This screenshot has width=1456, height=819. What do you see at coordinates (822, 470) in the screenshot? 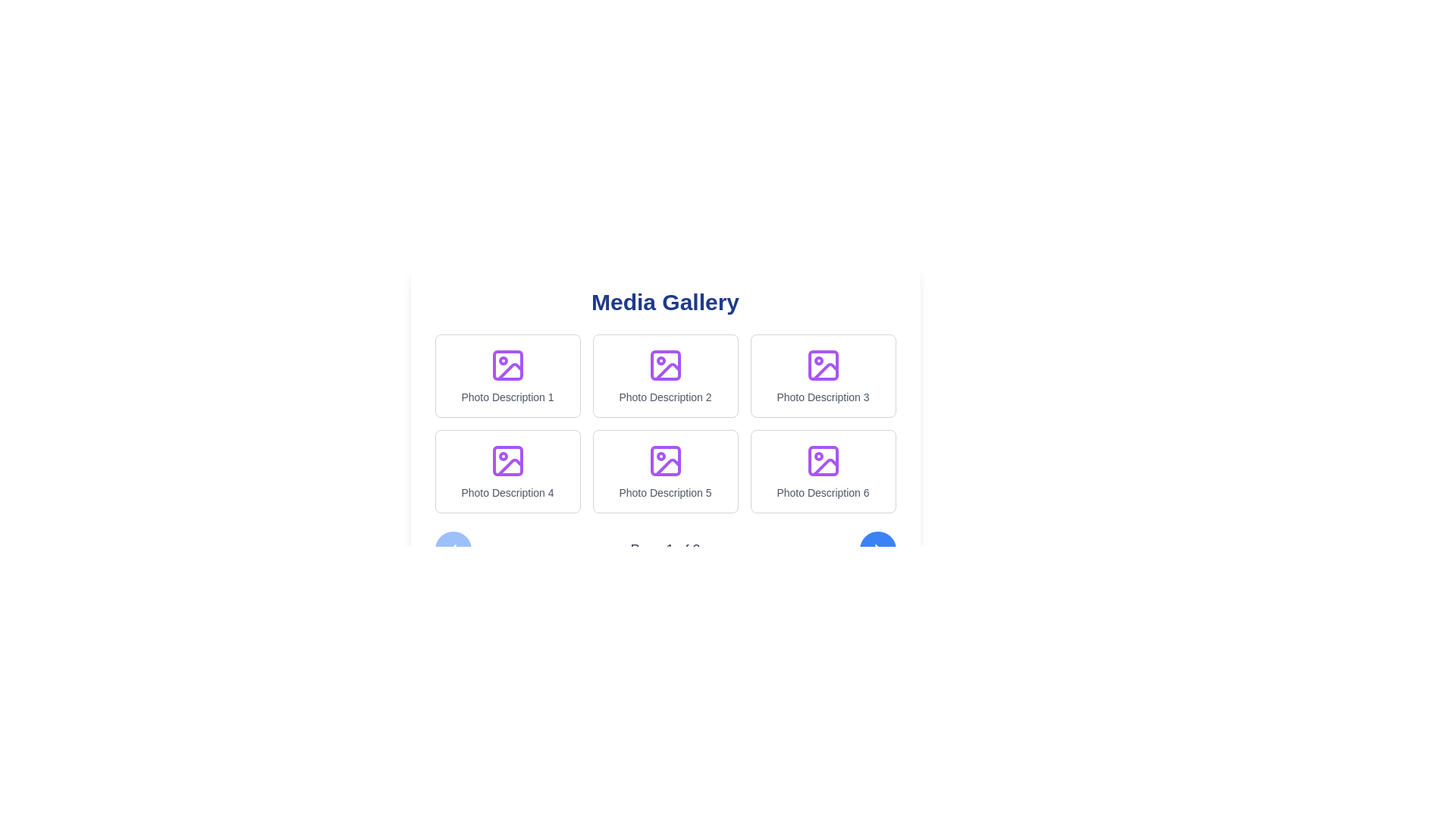
I see `the Card with the icon and text label that displays 'Photo Description 6', located in the bottom right corner of the 3x2 grid layout` at bounding box center [822, 470].